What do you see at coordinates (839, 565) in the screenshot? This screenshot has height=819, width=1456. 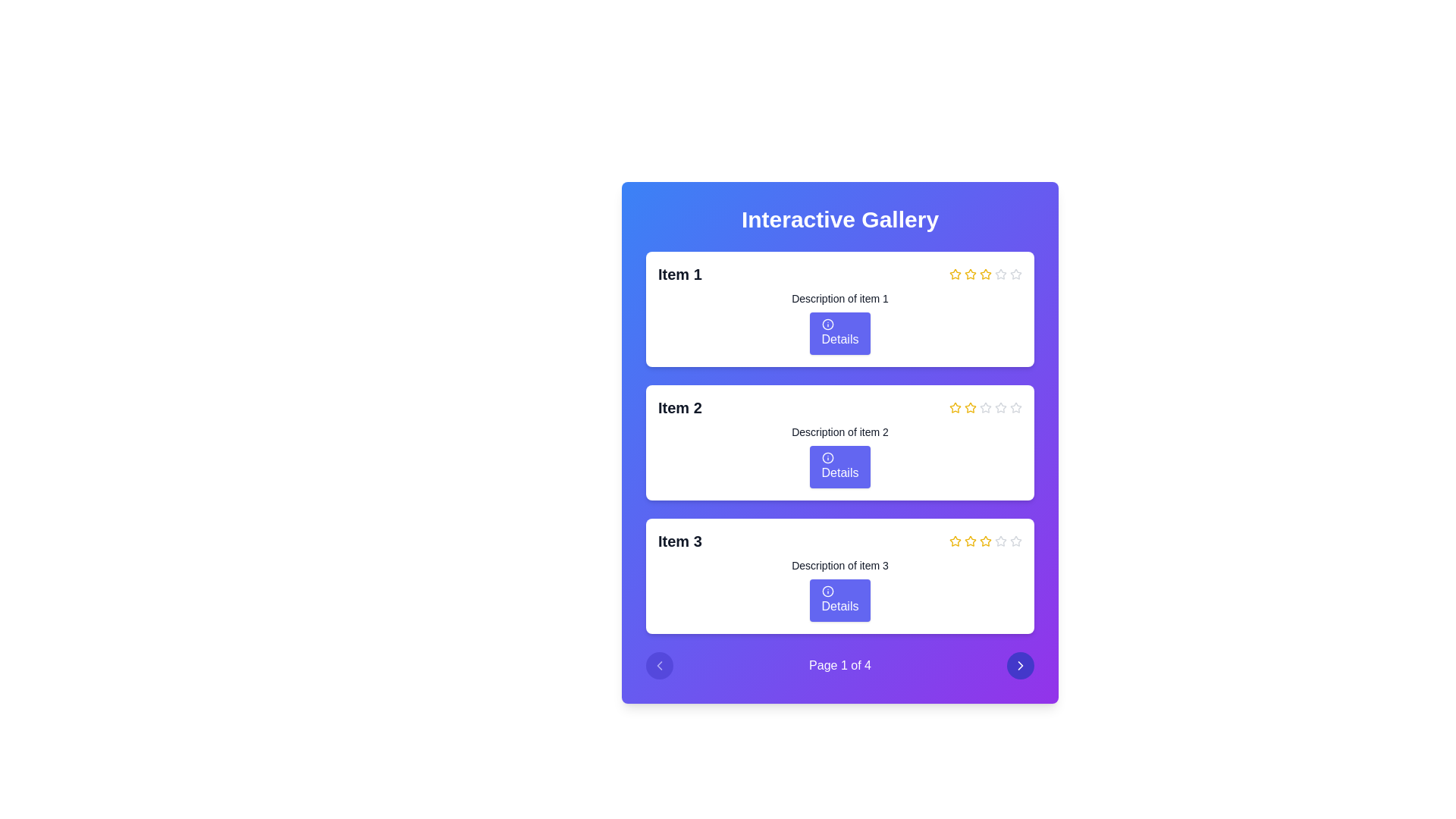 I see `the Text Block in the third card-like section labeled 'Item 3', which provides descriptive information about the card's contents, located below its title and above the 'Details' button` at bounding box center [839, 565].